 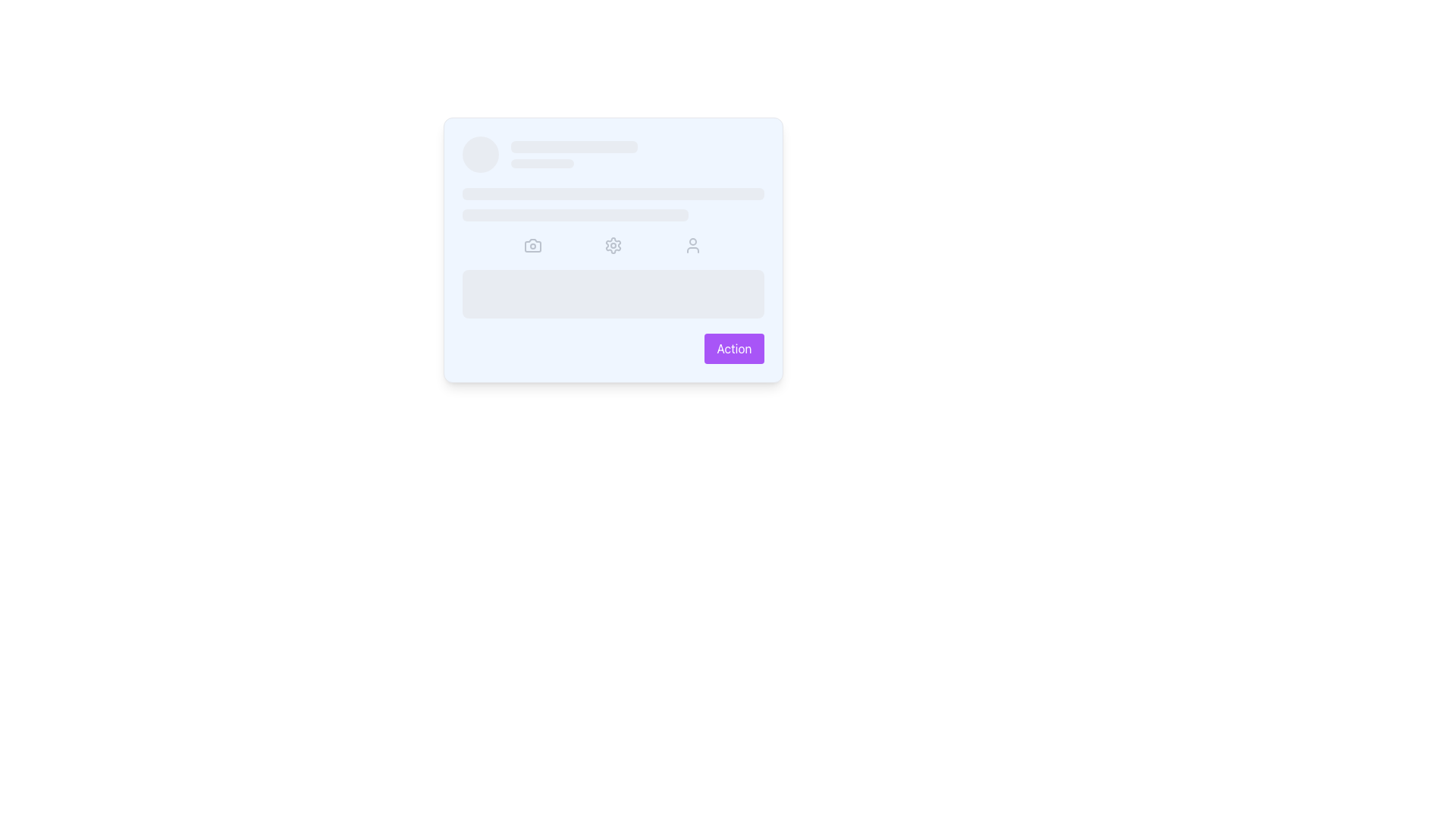 What do you see at coordinates (613, 155) in the screenshot?
I see `inside the profile summary placeholders located at the top-left of the blue-bordered card component for user interaction` at bounding box center [613, 155].